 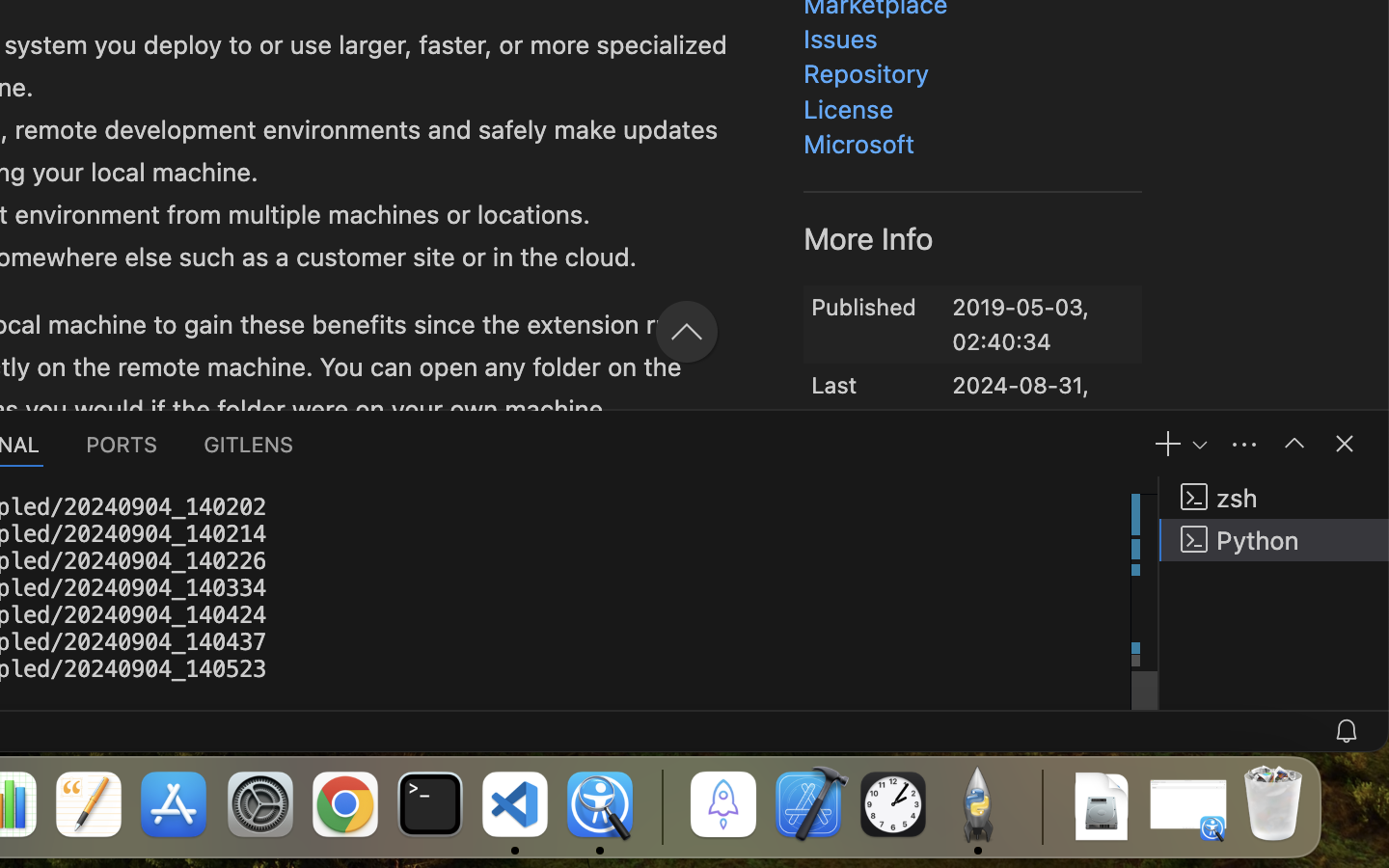 I want to click on 'Published', so click(x=862, y=305).